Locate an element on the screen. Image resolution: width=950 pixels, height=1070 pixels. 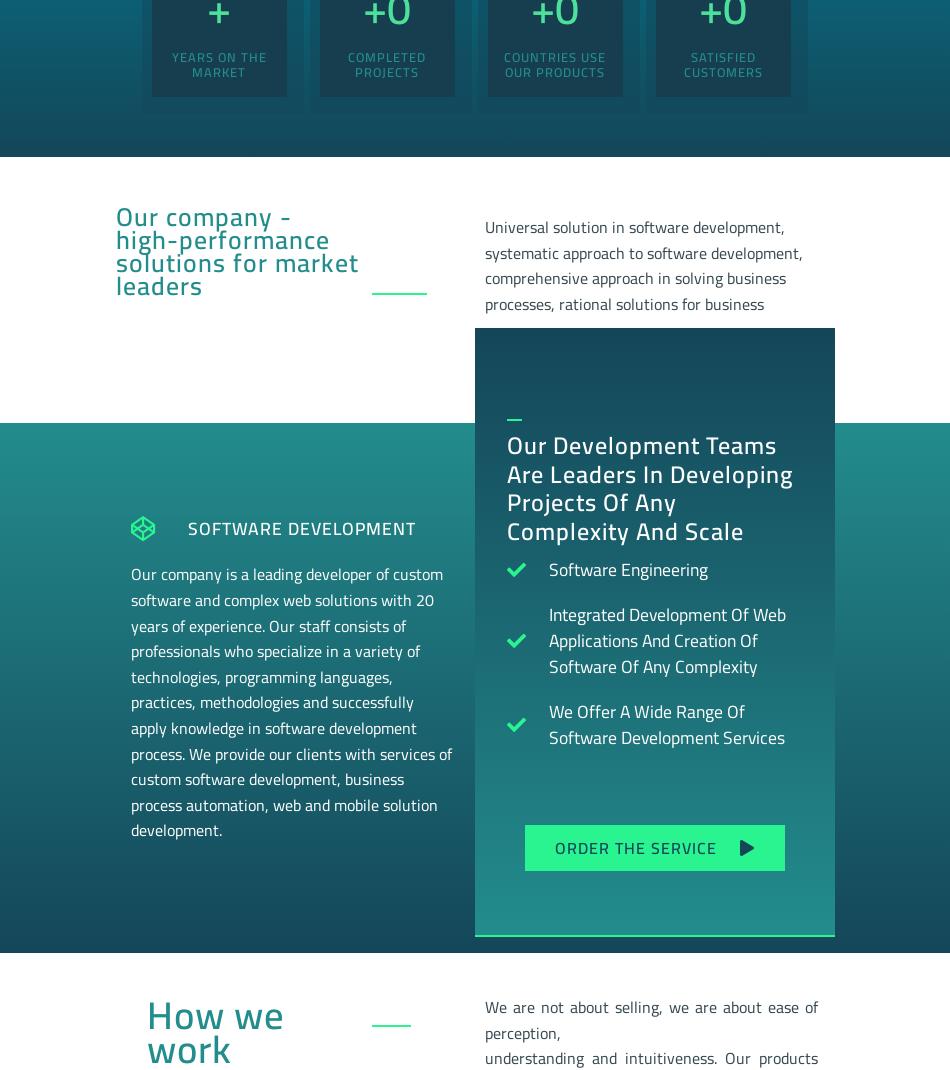
'Our company - high-performance solutions for market leaders' is located at coordinates (115, 250).